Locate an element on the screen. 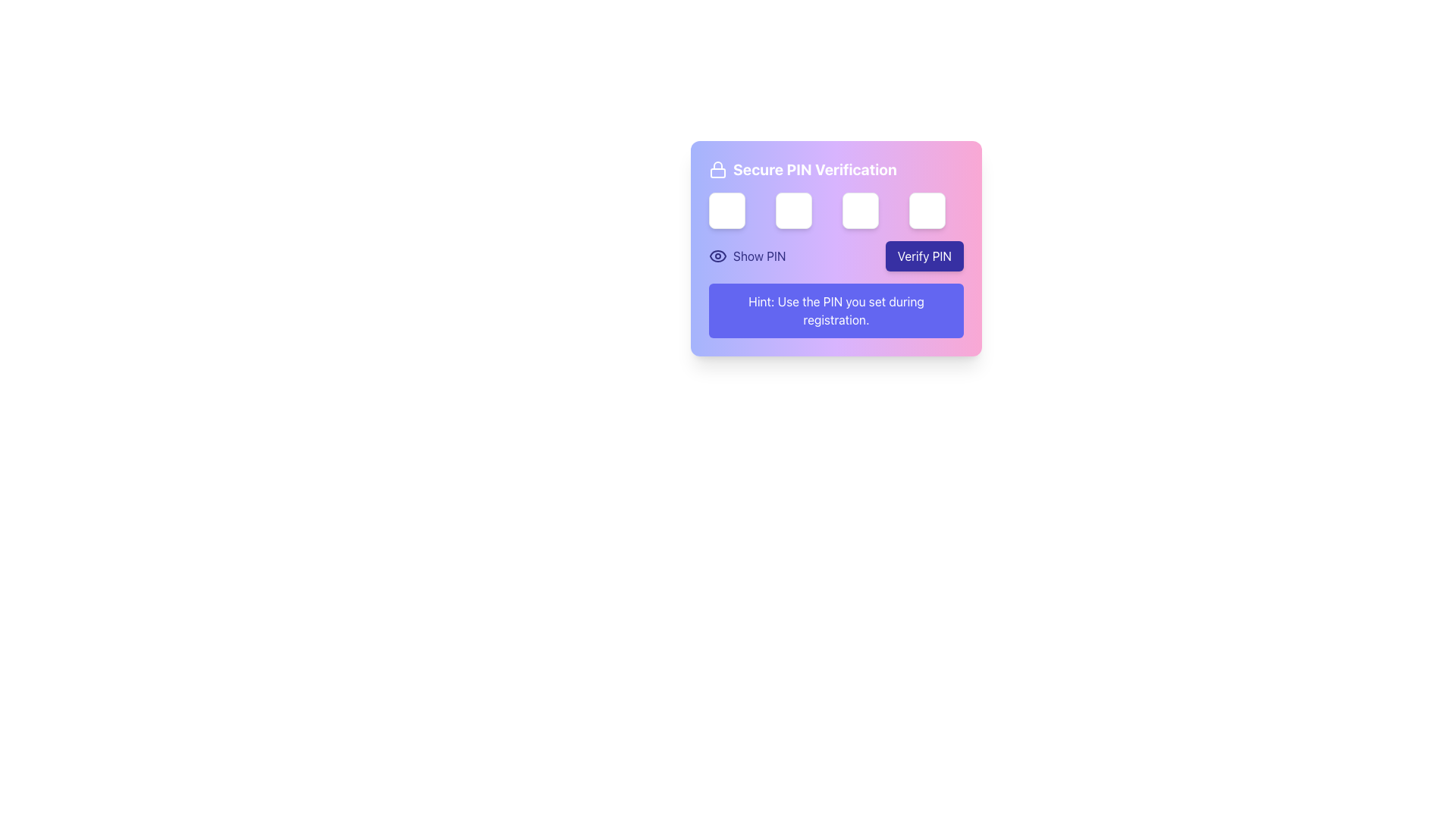  the header element displaying the lock icon and the text 'Secure PIN Verification' on a gradient background is located at coordinates (836, 169).